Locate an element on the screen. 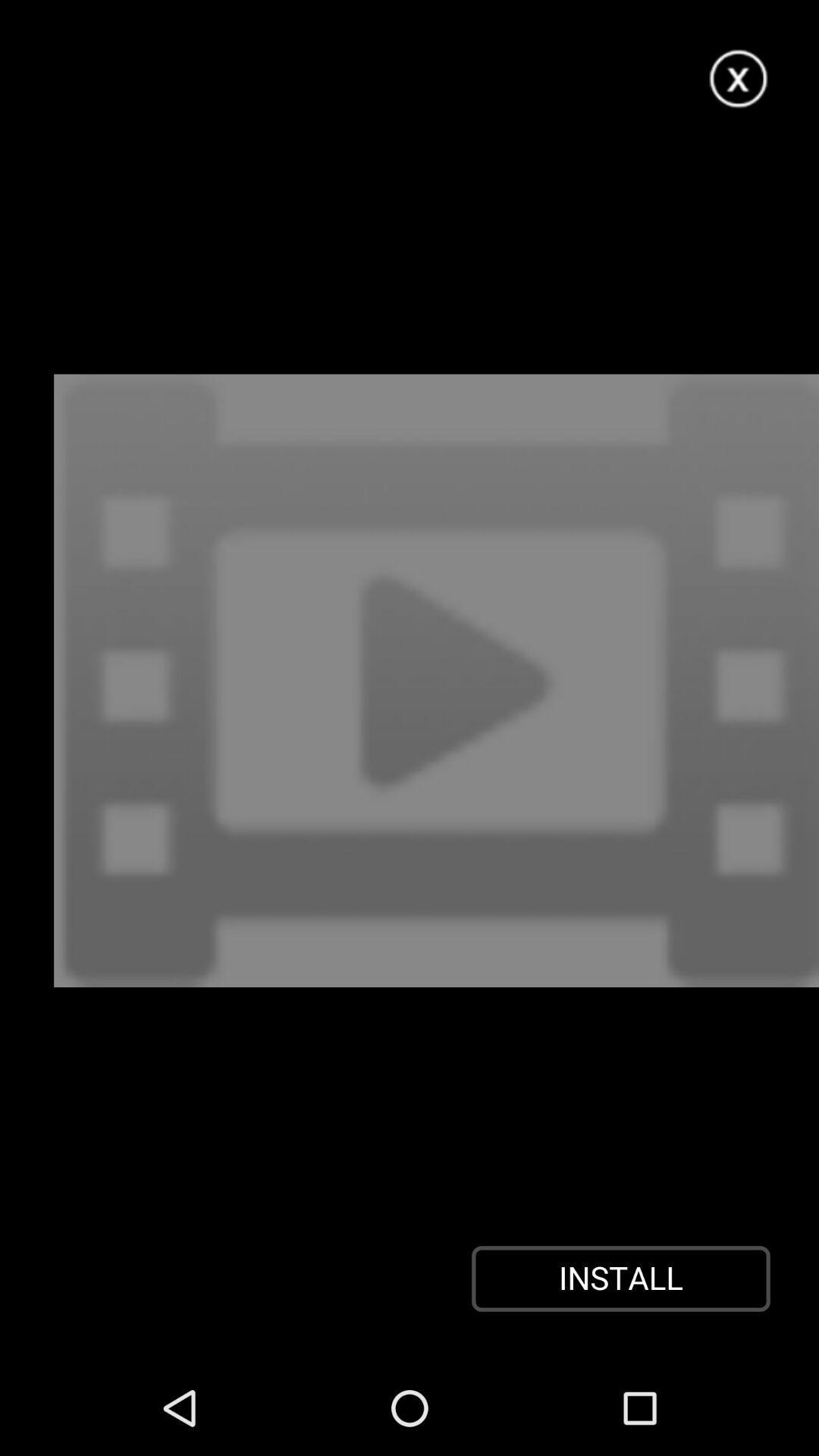 This screenshot has height=1456, width=819. the close icon is located at coordinates (739, 84).